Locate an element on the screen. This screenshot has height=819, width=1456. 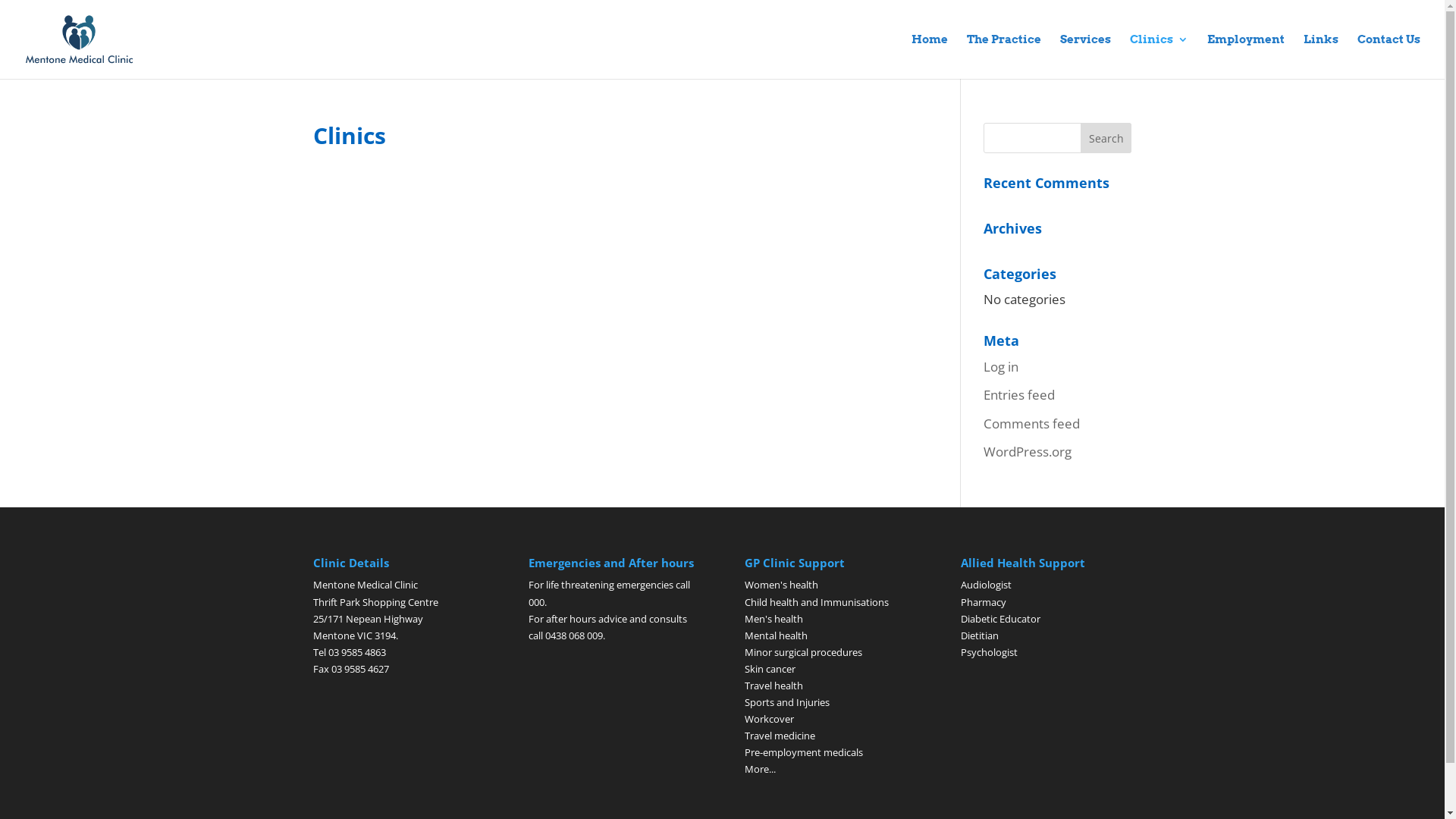
'Search' is located at coordinates (1106, 137).